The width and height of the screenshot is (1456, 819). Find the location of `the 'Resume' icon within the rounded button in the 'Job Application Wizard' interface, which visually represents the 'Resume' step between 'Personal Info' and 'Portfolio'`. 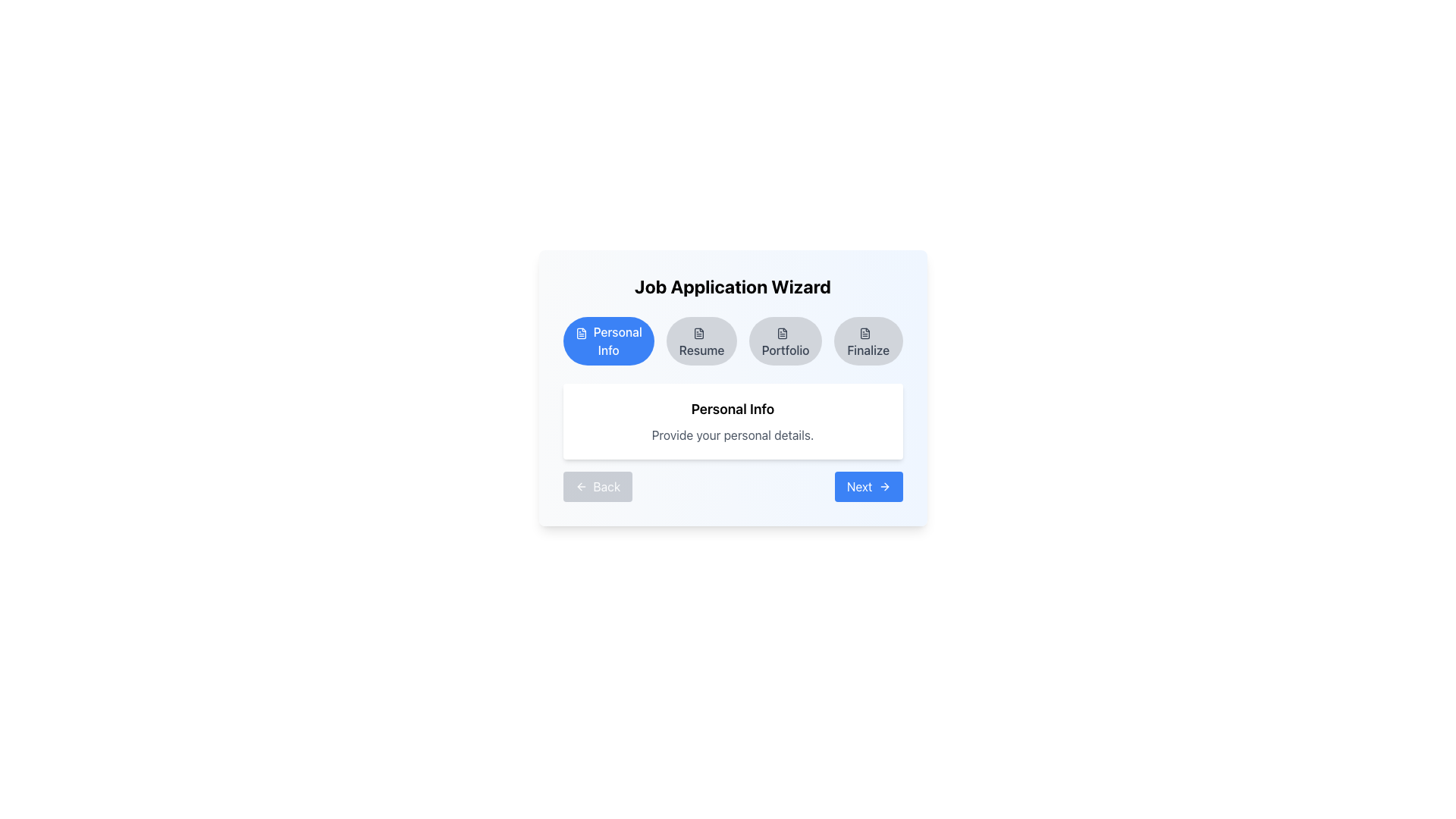

the 'Resume' icon within the rounded button in the 'Job Application Wizard' interface, which visually represents the 'Resume' step between 'Personal Info' and 'Portfolio' is located at coordinates (698, 332).